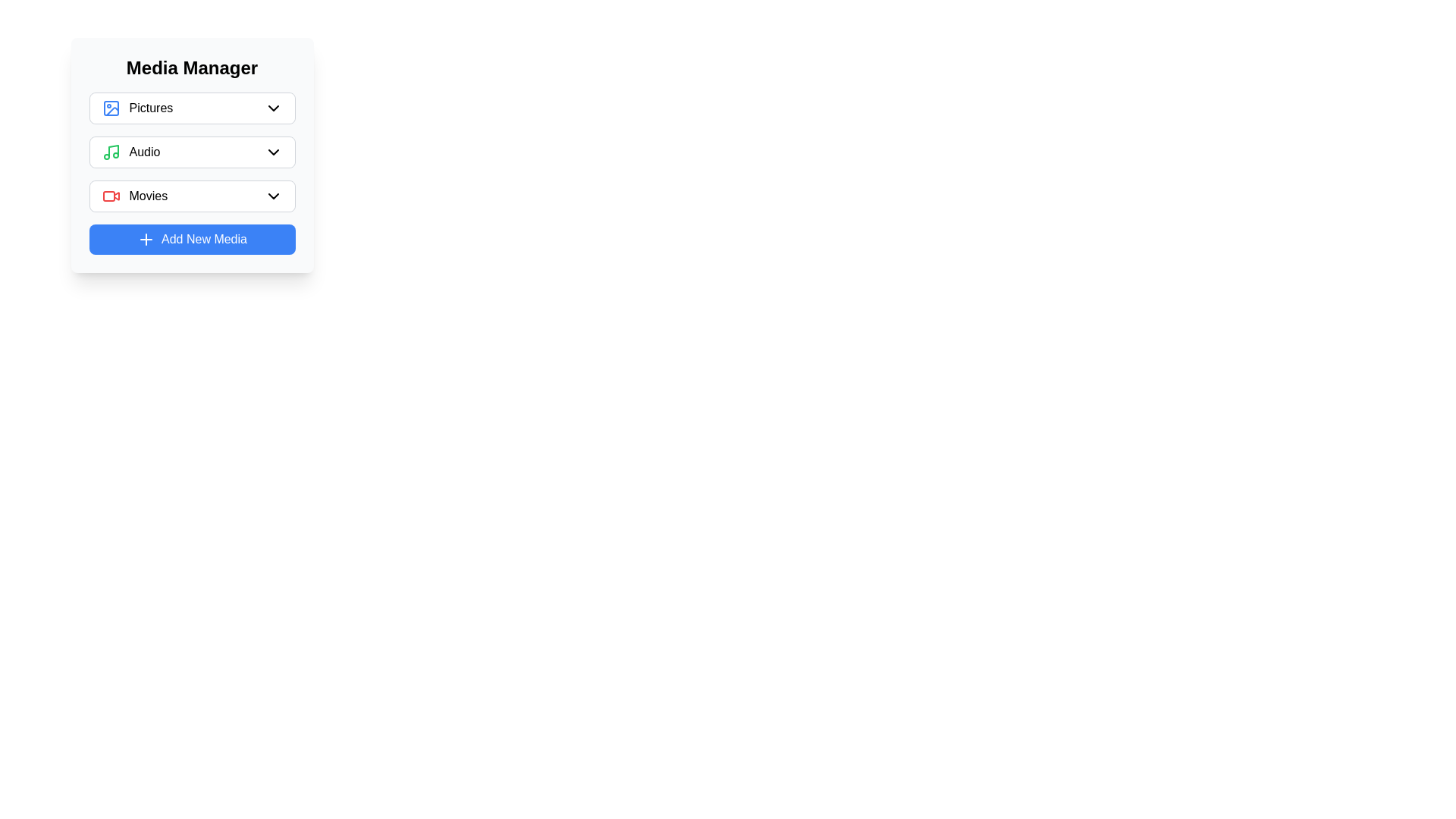 This screenshot has height=819, width=1456. Describe the element at coordinates (110, 152) in the screenshot. I see `the green musical note icon located in the second row of the media type selection menu, positioned to the left of the text label 'Audio'` at that location.